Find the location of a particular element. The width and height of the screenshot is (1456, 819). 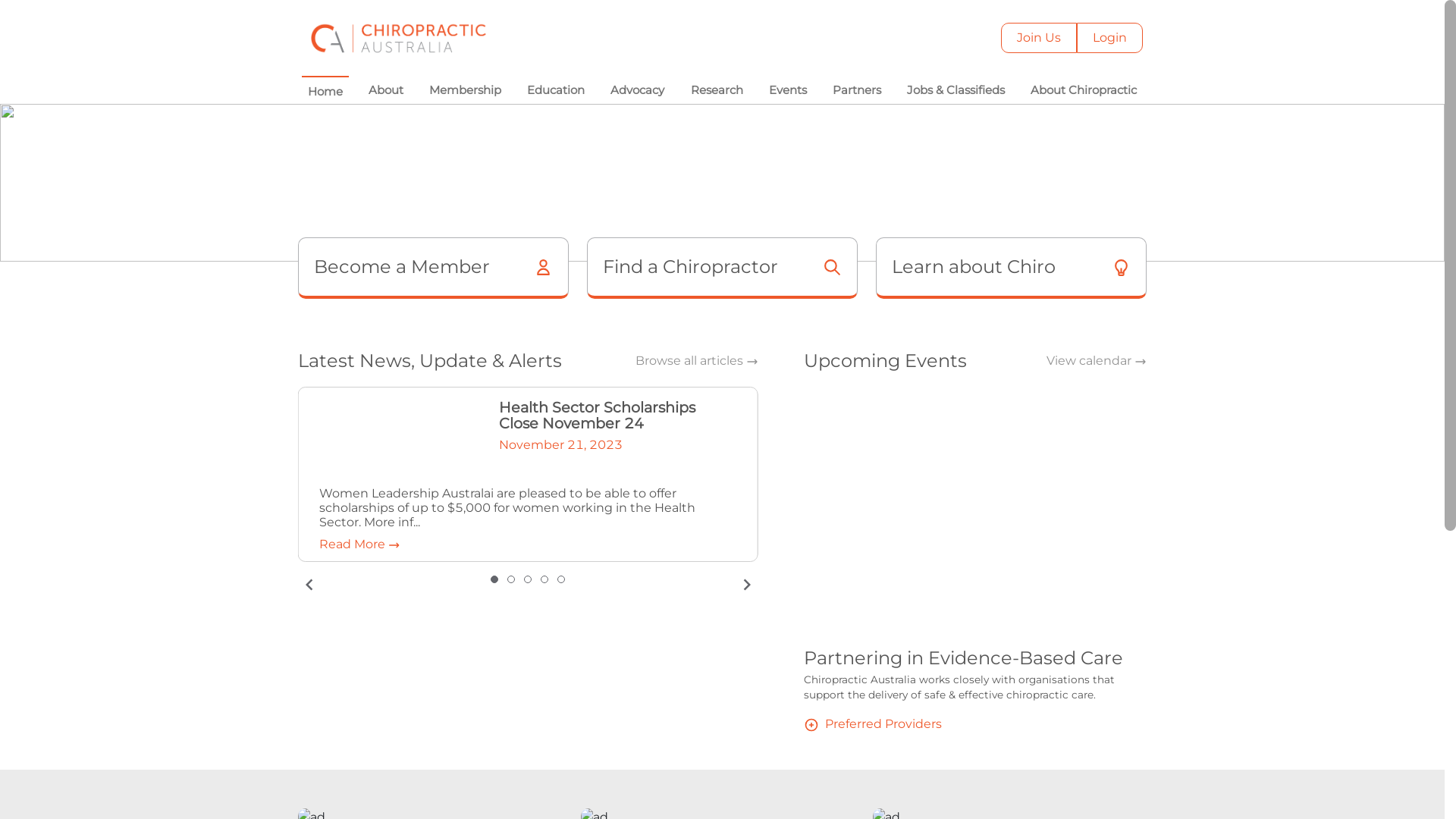

'About' is located at coordinates (385, 90).